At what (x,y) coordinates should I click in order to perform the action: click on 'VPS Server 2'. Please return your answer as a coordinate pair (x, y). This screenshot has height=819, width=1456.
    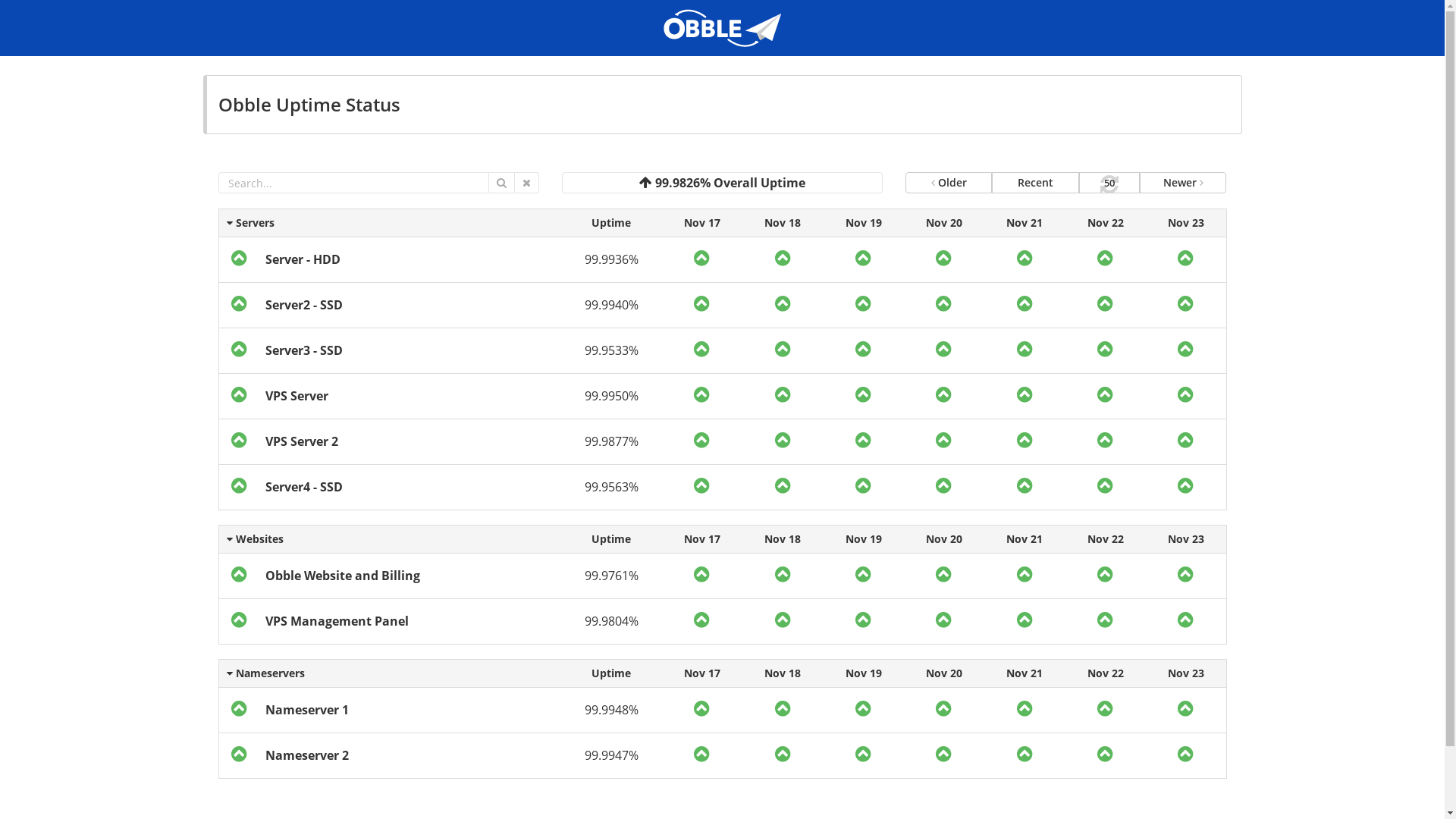
    Looking at the image, I should click on (265, 441).